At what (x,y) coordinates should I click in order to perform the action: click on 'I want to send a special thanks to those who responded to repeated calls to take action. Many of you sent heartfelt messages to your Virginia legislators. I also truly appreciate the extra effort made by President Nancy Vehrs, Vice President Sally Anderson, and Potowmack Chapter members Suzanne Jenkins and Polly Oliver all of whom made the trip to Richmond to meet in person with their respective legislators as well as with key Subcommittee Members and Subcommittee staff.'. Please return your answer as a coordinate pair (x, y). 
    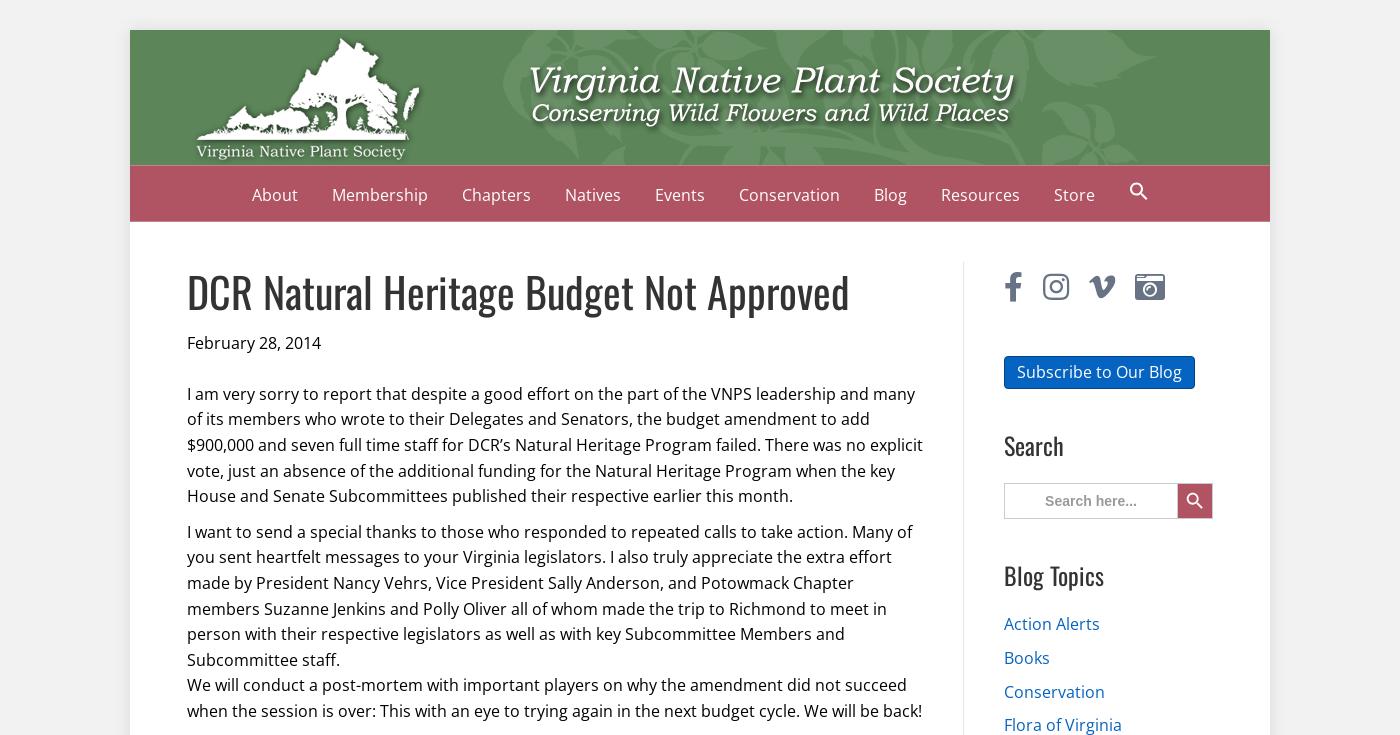
    Looking at the image, I should click on (187, 594).